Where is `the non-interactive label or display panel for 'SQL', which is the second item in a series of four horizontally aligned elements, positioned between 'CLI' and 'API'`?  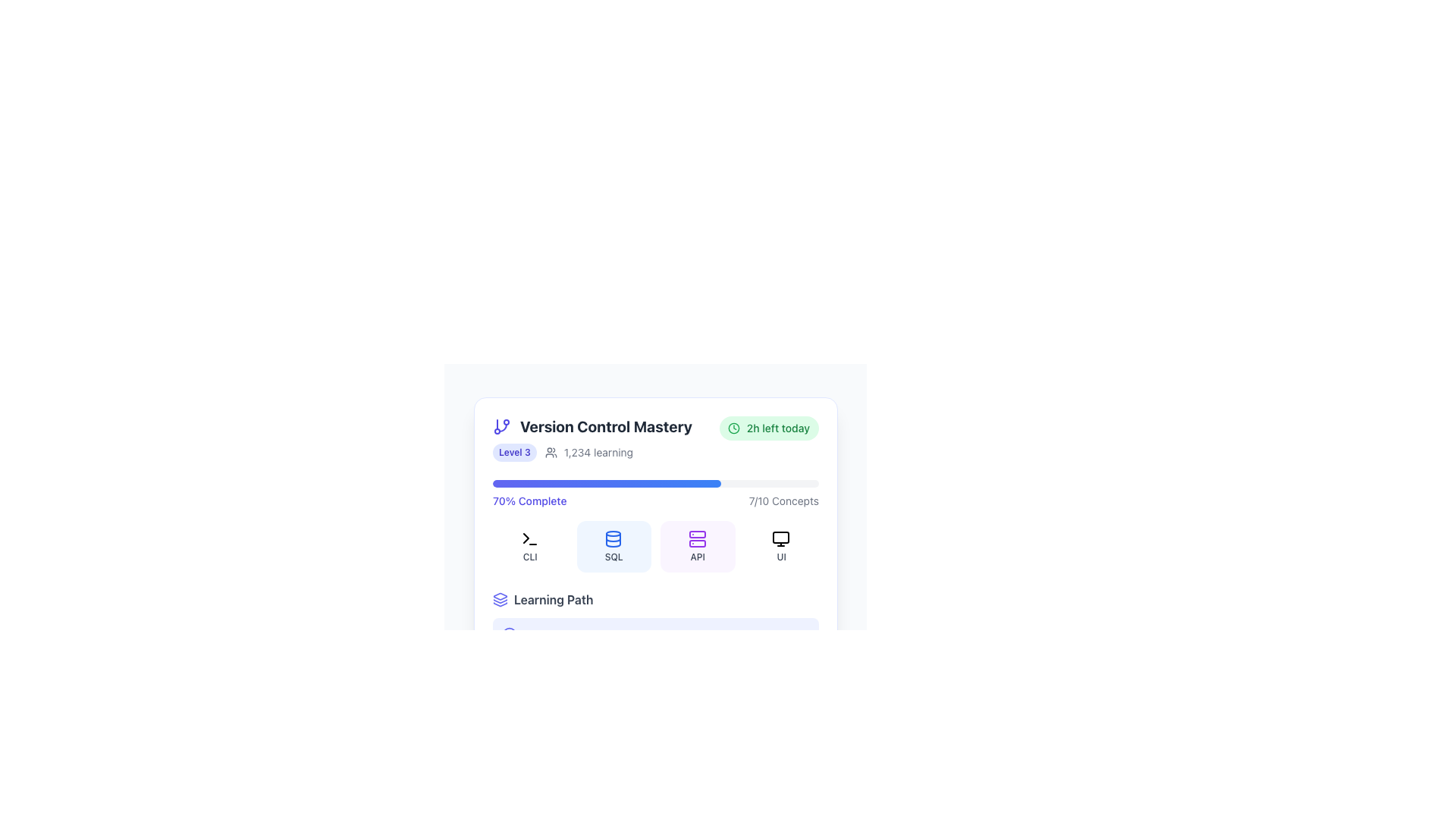
the non-interactive label or display panel for 'SQL', which is the second item in a series of four horizontally aligned elements, positioned between 'CLI' and 'API' is located at coordinates (613, 547).